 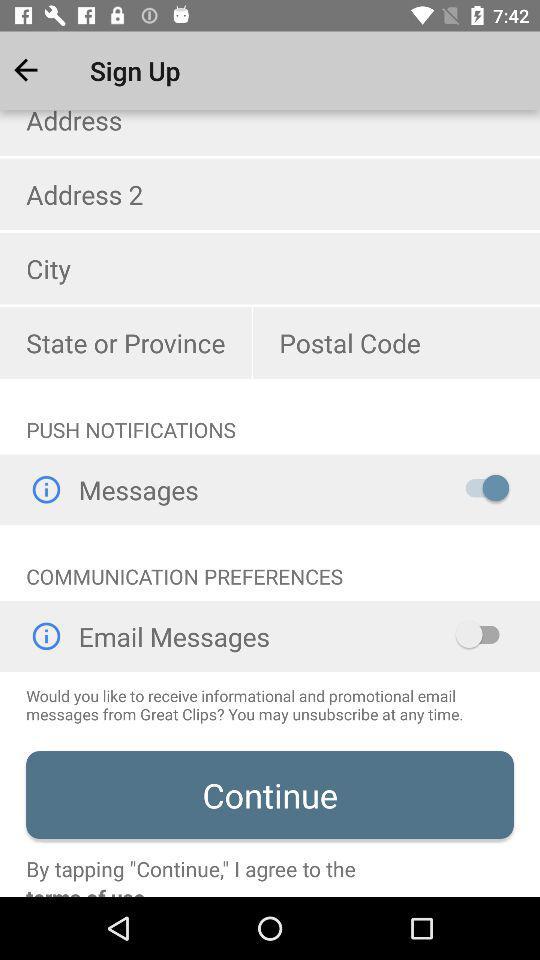 I want to click on the info icon, so click(x=45, y=635).